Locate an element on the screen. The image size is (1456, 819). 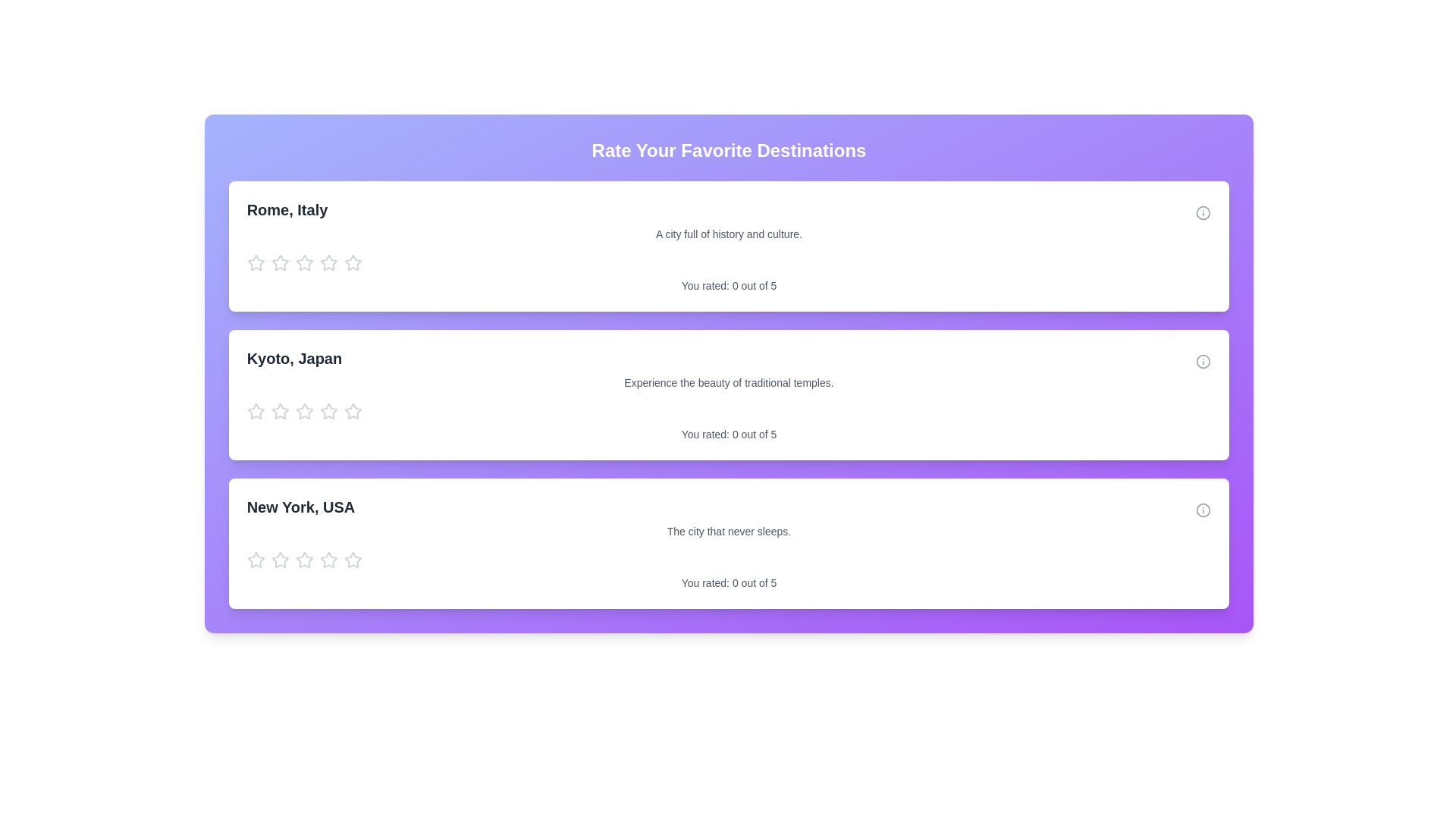
the fifth star icon in the rating row for 'New York, USA' to register a rating of 5 out of 5 is located at coordinates (328, 560).